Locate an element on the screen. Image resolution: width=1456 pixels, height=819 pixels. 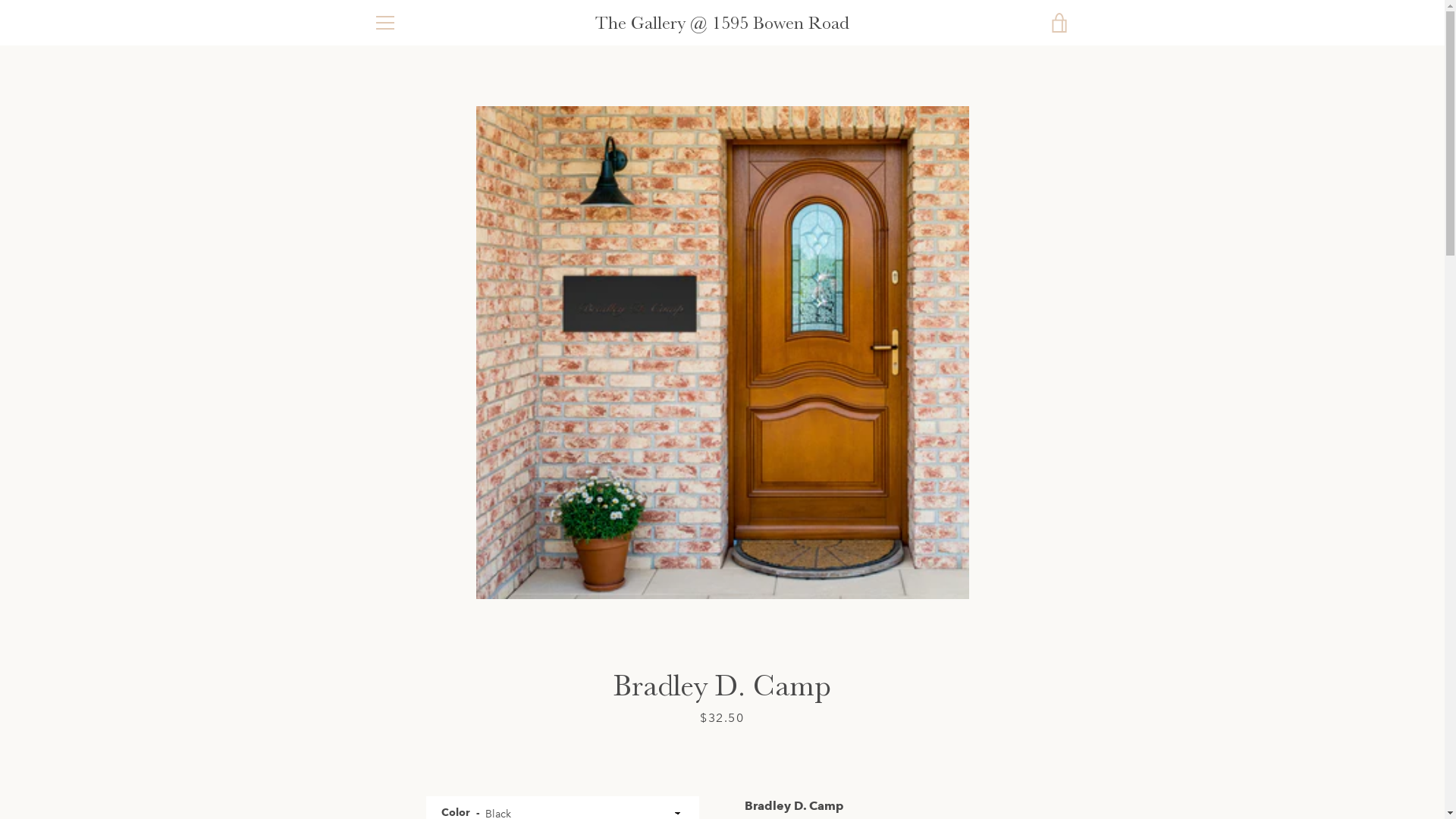
'VIEW CART' is located at coordinates (1058, 23).